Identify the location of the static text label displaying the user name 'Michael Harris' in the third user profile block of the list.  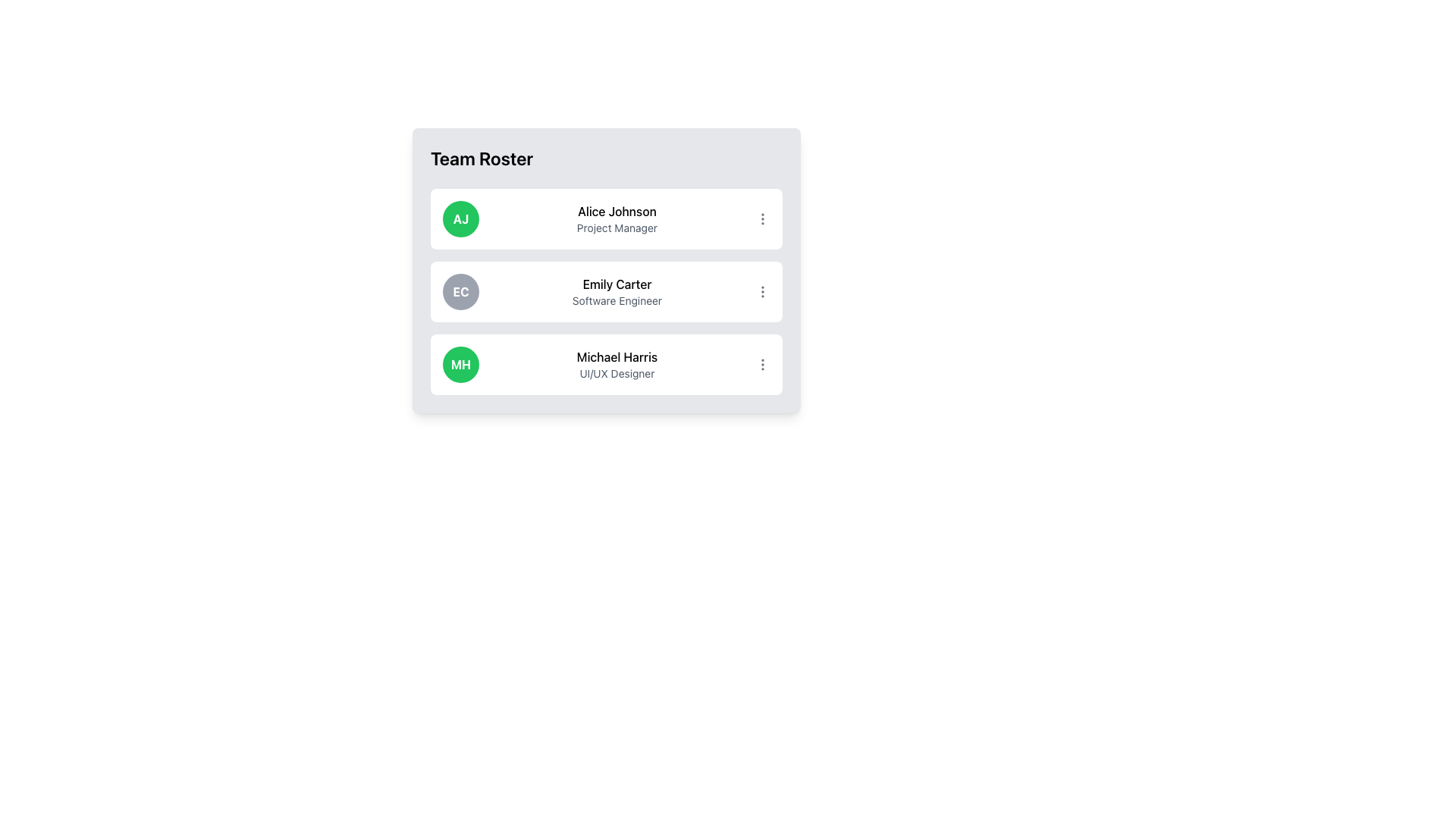
(617, 356).